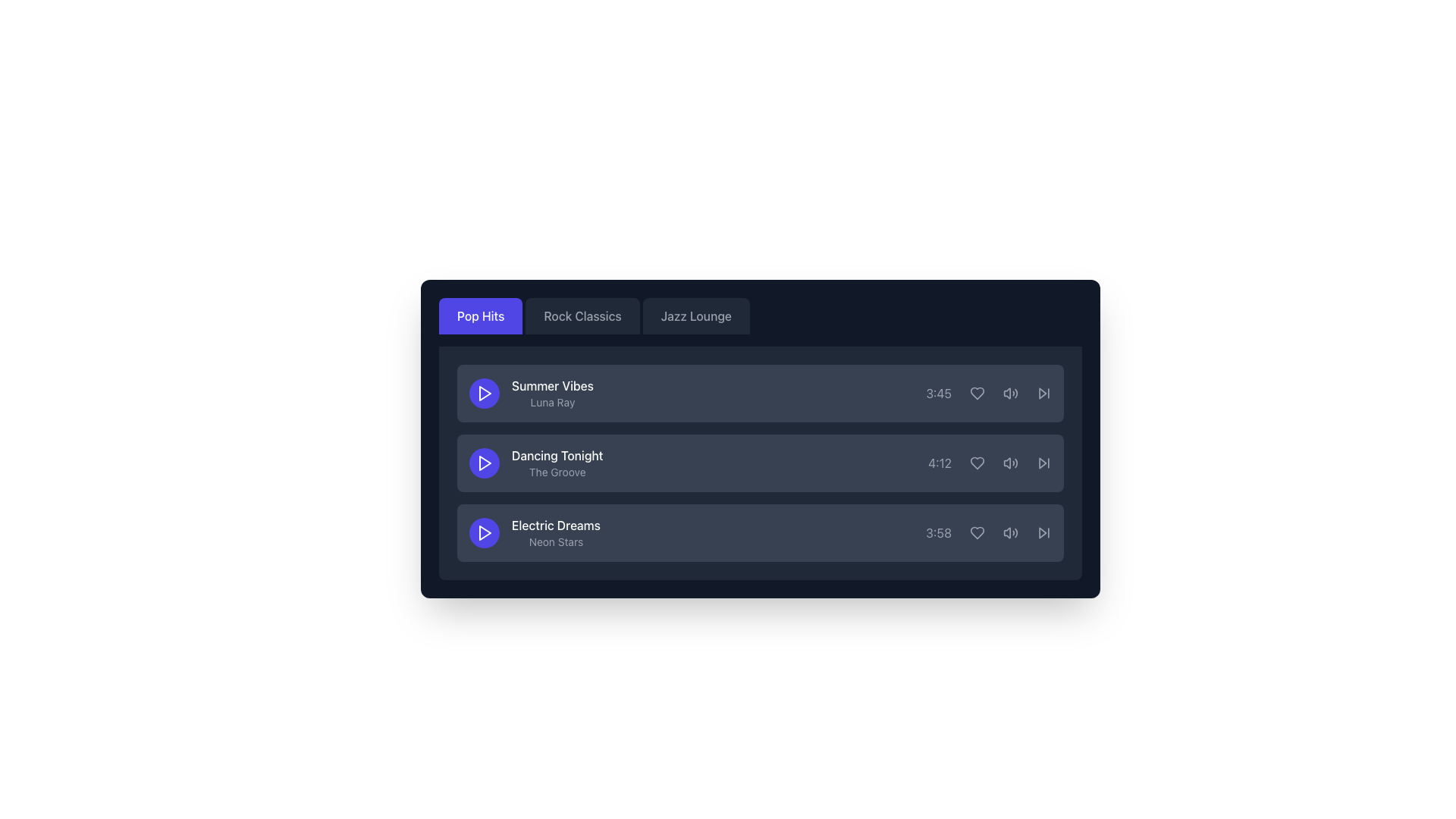  Describe the element at coordinates (531, 393) in the screenshot. I see `the text label identifying the song 'Summer Vibes' by the artist 'Luna Ray'` at that location.